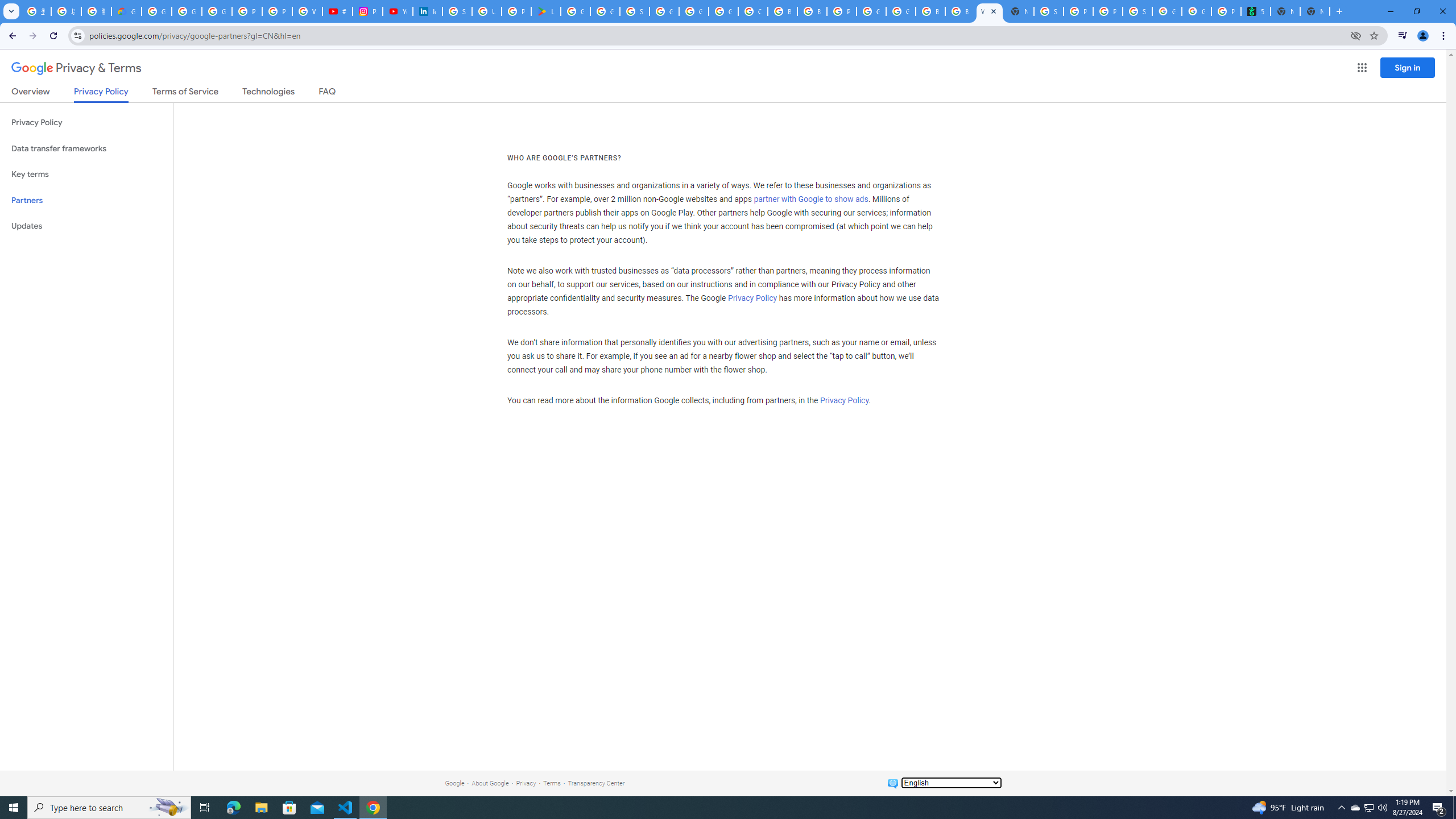  I want to click on 'Google Cloud Platform', so click(871, 11).